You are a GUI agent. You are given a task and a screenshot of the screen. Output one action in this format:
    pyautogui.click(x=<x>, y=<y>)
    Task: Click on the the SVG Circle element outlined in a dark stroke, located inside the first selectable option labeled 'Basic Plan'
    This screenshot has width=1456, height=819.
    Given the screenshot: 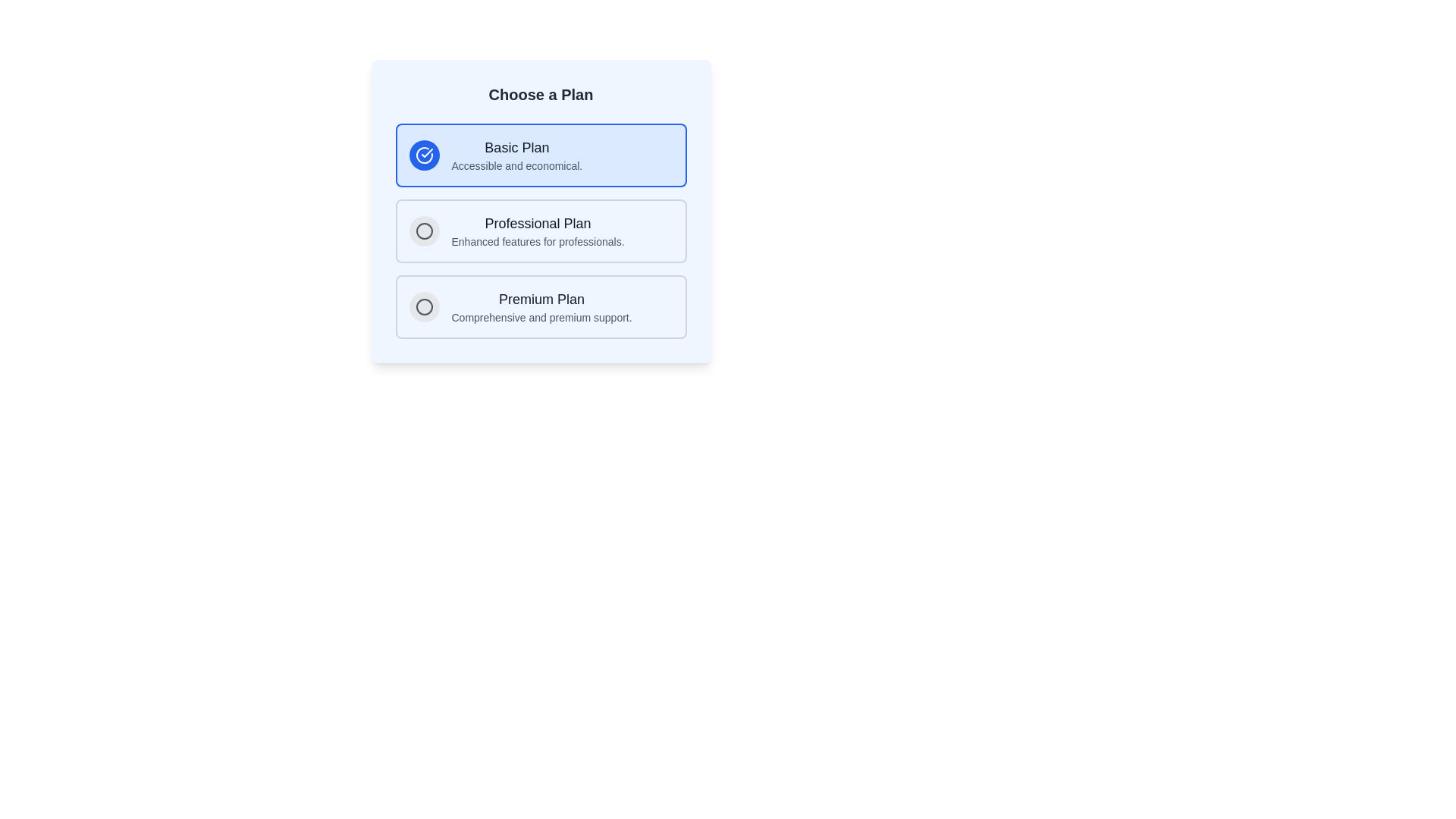 What is the action you would take?
    pyautogui.click(x=424, y=231)
    